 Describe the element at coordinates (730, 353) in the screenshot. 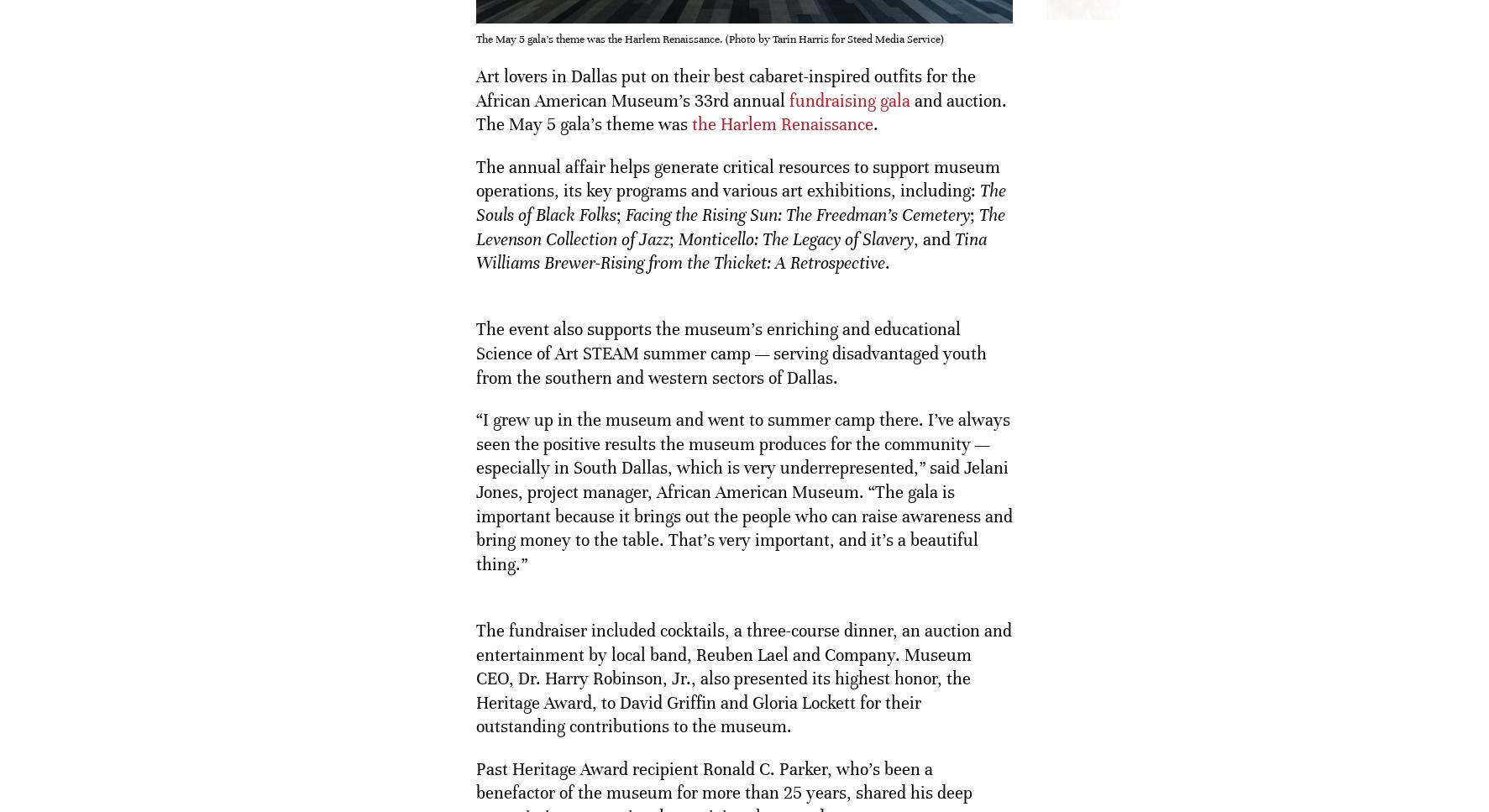

I see `'The event also supports the museum’s enriching and educational Science of Art STEAM summer camp — serving disadvantaged youth from the southern and western sectors of Dallas.'` at that location.